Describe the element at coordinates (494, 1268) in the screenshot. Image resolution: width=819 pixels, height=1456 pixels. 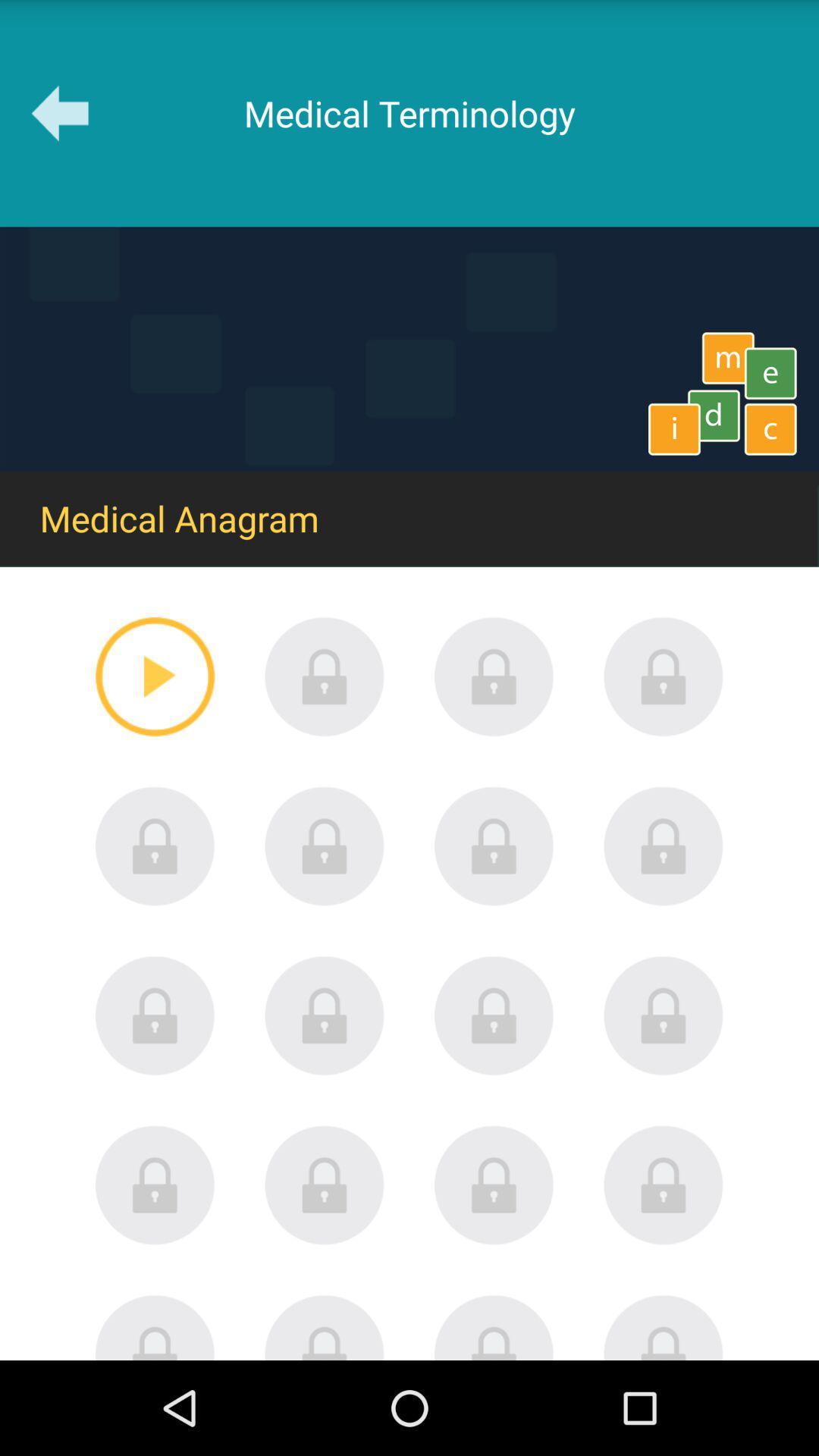
I see `the lock icon` at that location.